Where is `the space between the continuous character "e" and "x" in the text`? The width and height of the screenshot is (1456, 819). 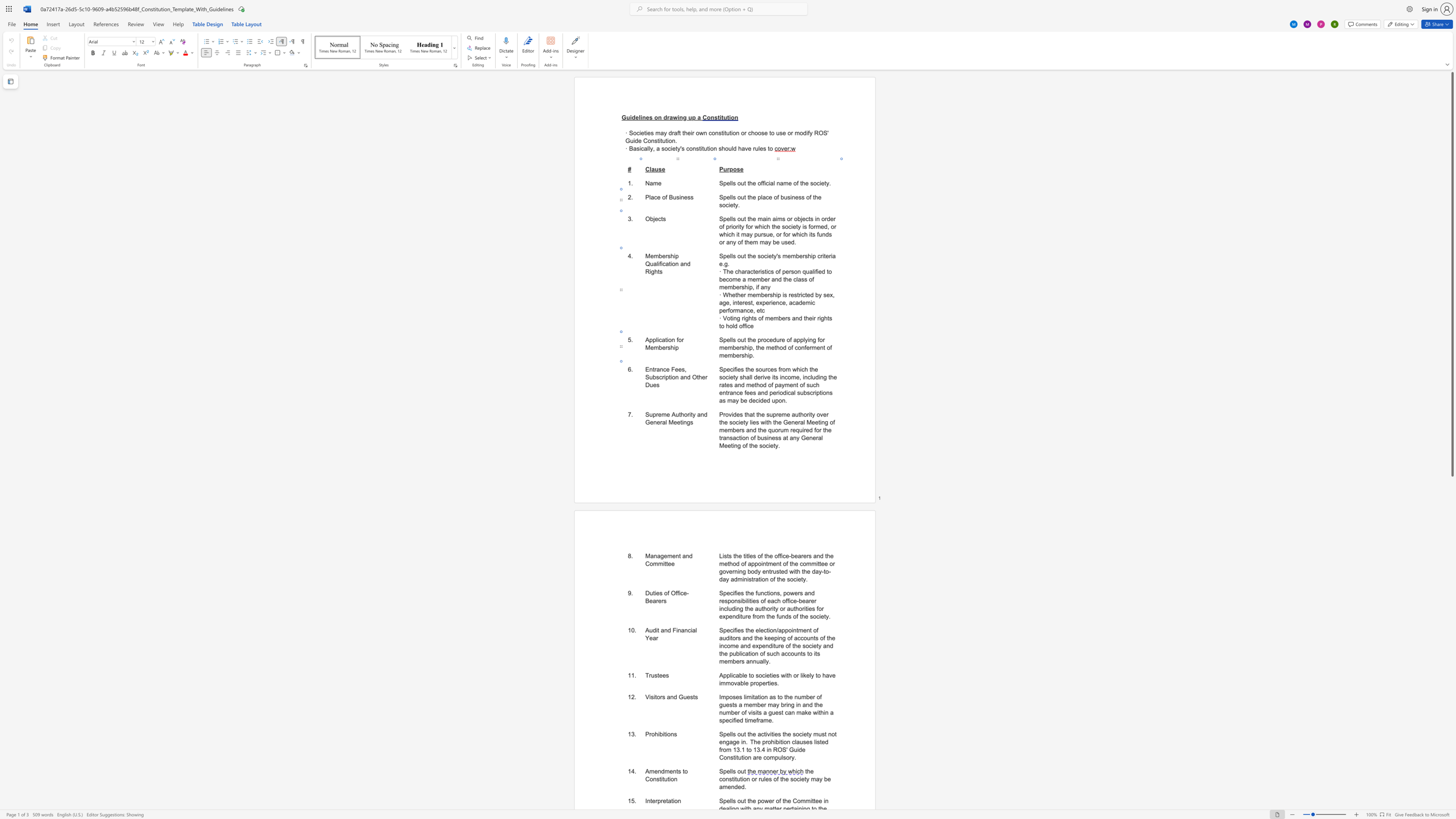 the space between the continuous character "e" and "x" in the text is located at coordinates (722, 616).